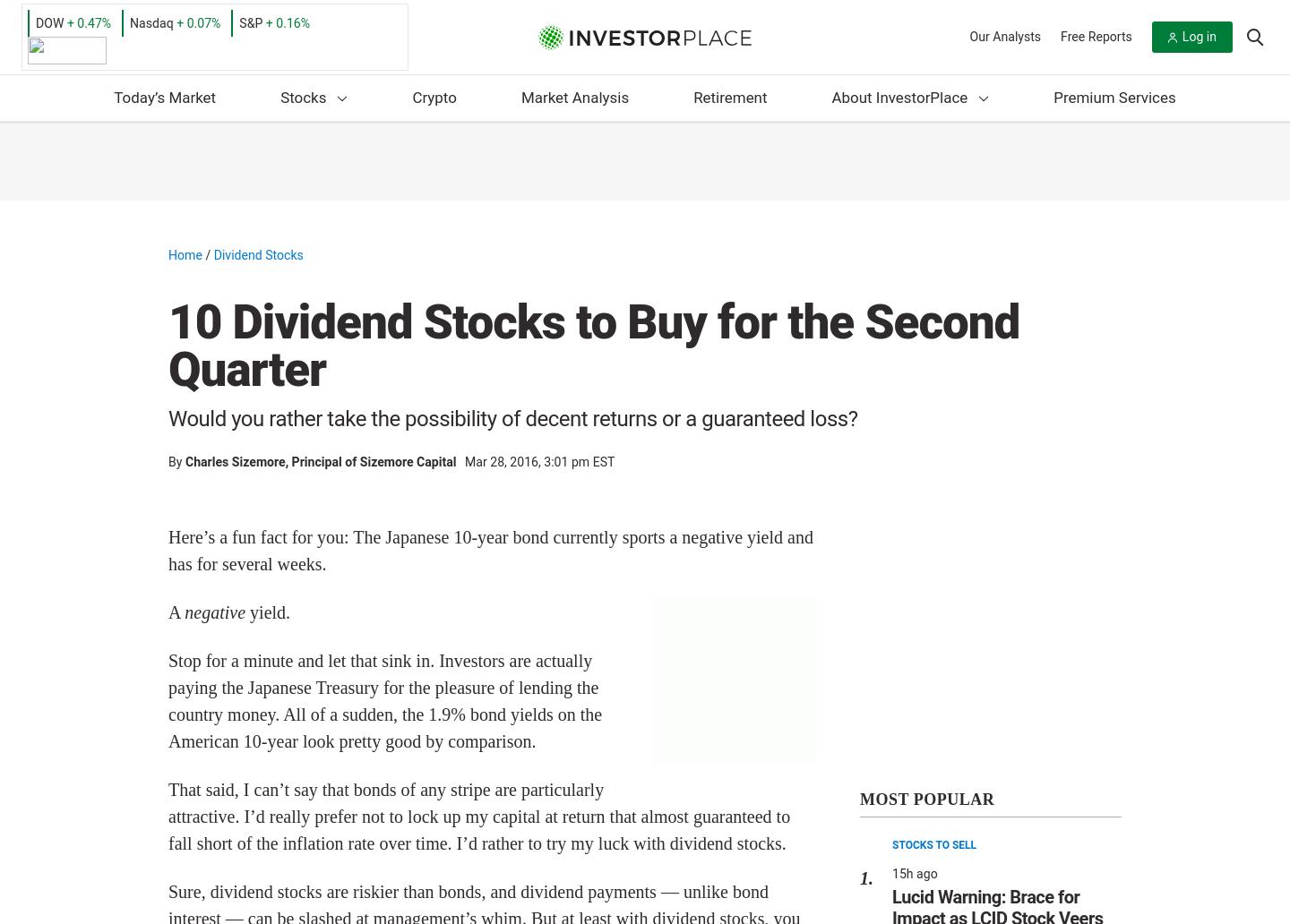 The width and height of the screenshot is (1290, 924). I want to click on 'Hot Stocks', so click(343, 202).